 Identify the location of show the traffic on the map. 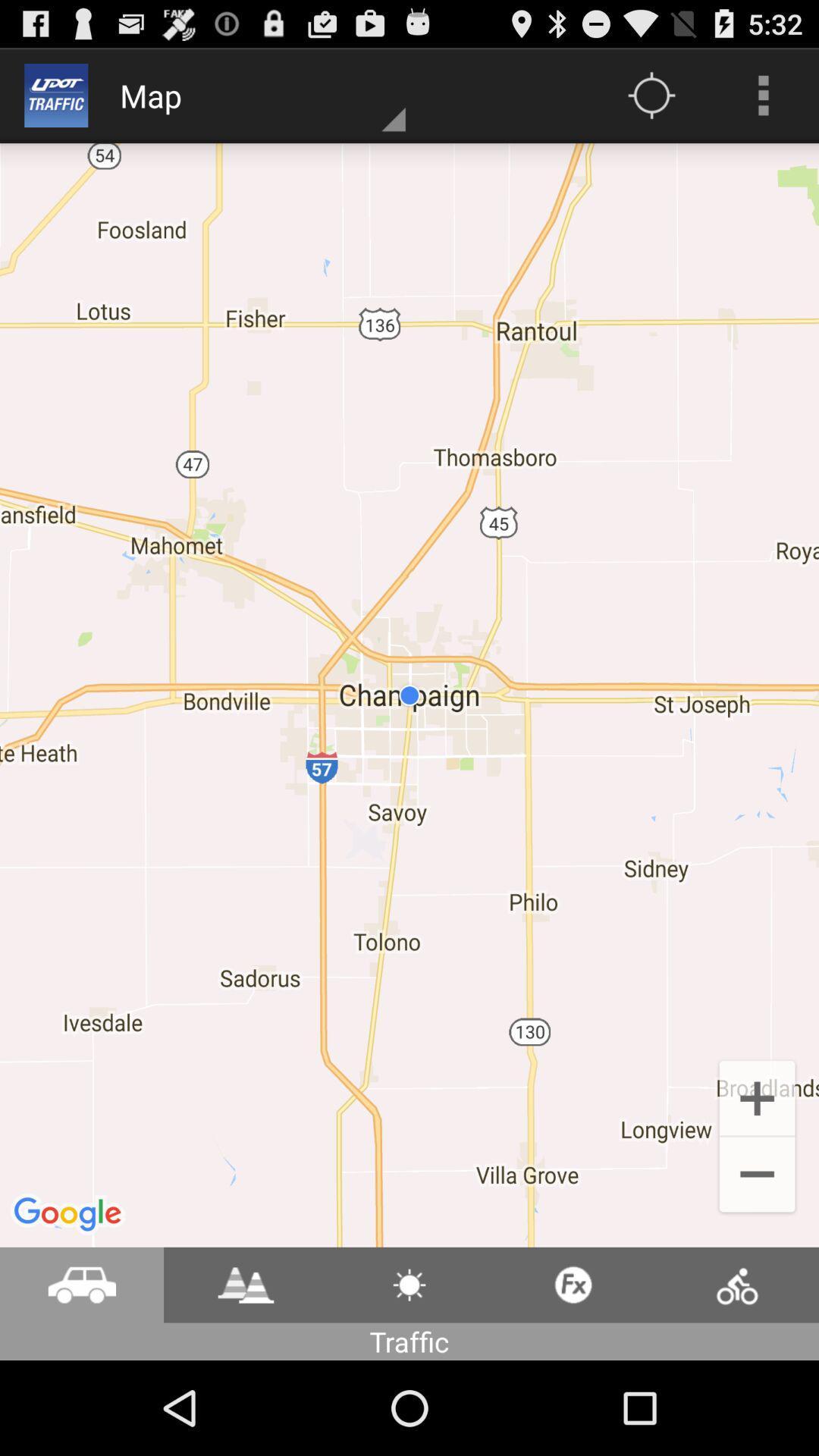
(245, 1284).